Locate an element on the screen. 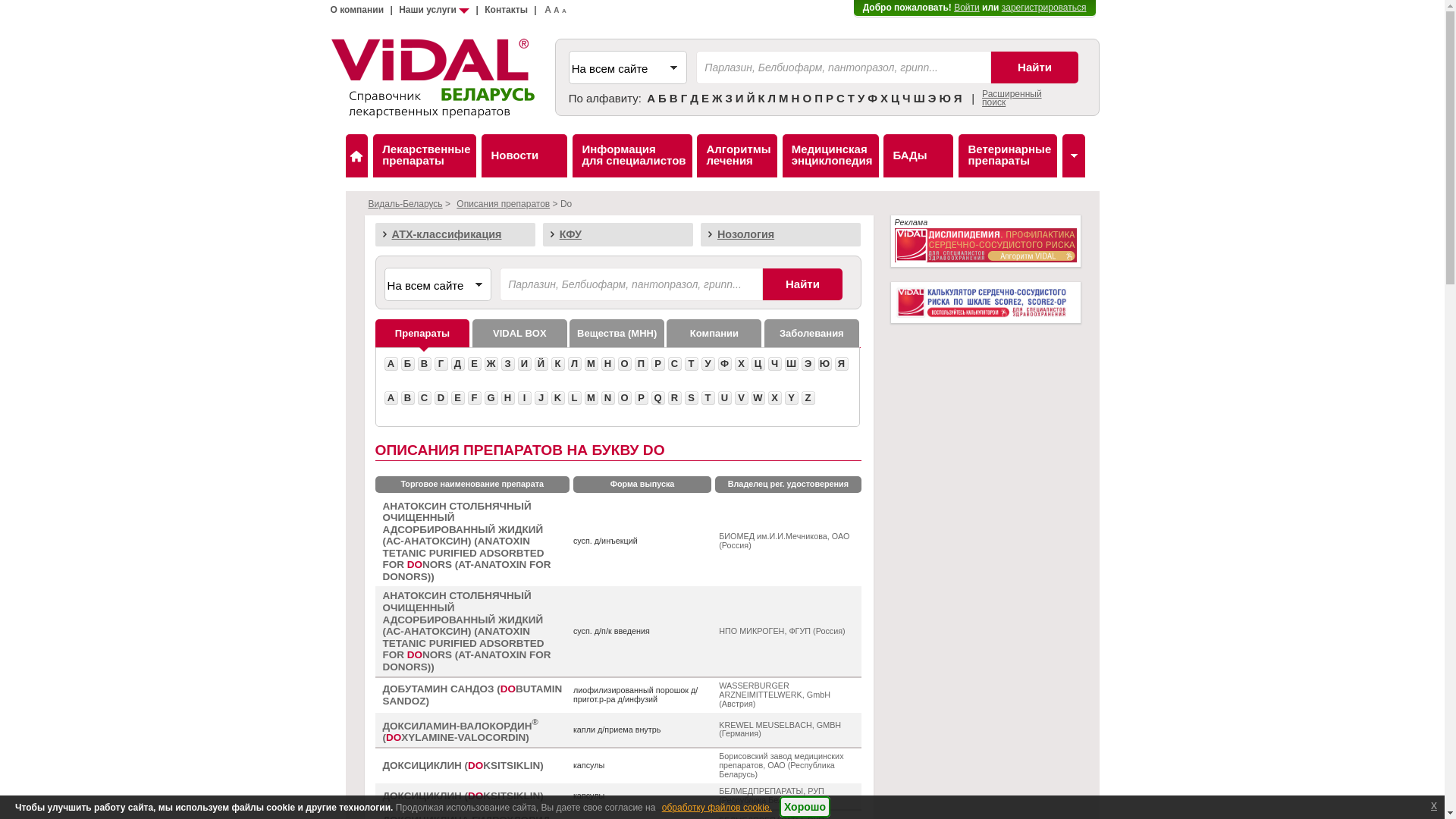  'Y' is located at coordinates (789, 397).